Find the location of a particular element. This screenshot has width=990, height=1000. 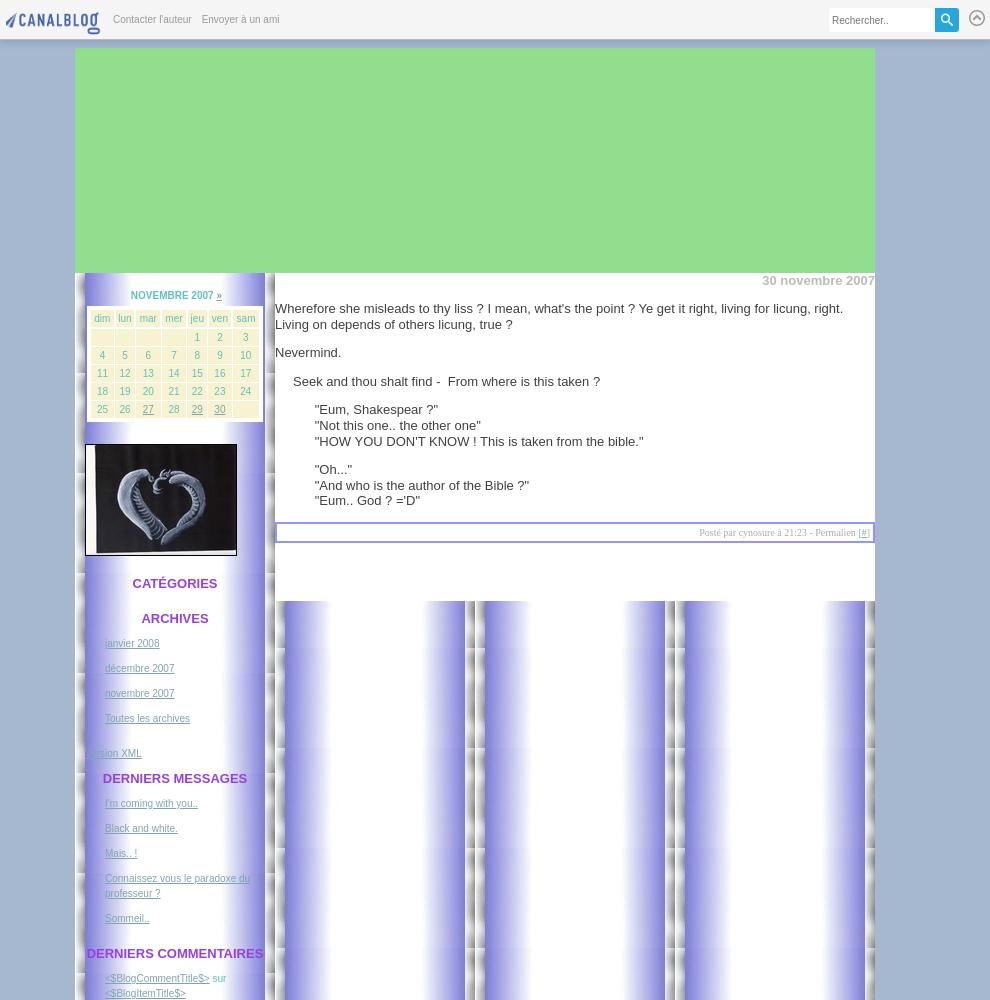

'9' is located at coordinates (218, 354).